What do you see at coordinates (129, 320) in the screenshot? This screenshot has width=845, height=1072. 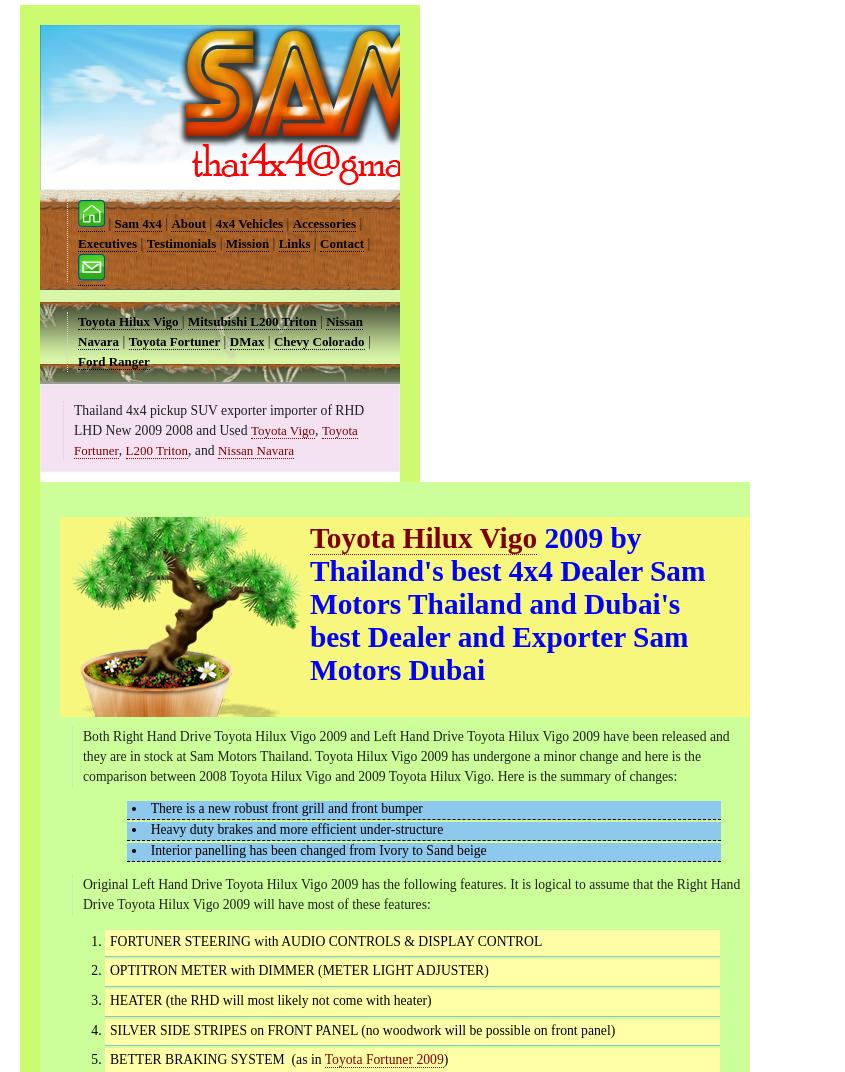 I see `'Toyota Hilux Vigo'` at bounding box center [129, 320].